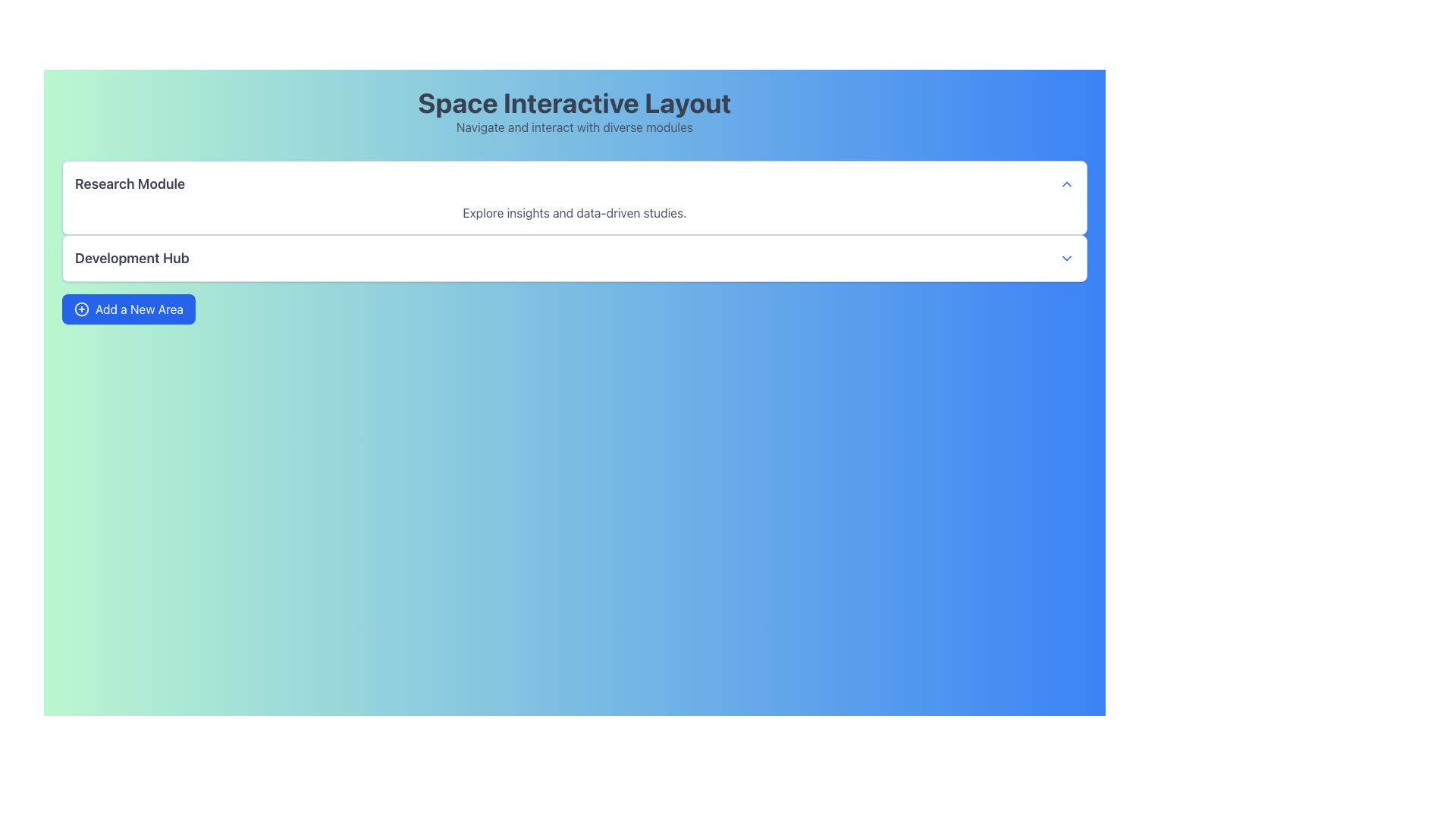 The height and width of the screenshot is (819, 1456). I want to click on the toggle button located at the far right end of the 'Research Module' header, so click(1065, 184).